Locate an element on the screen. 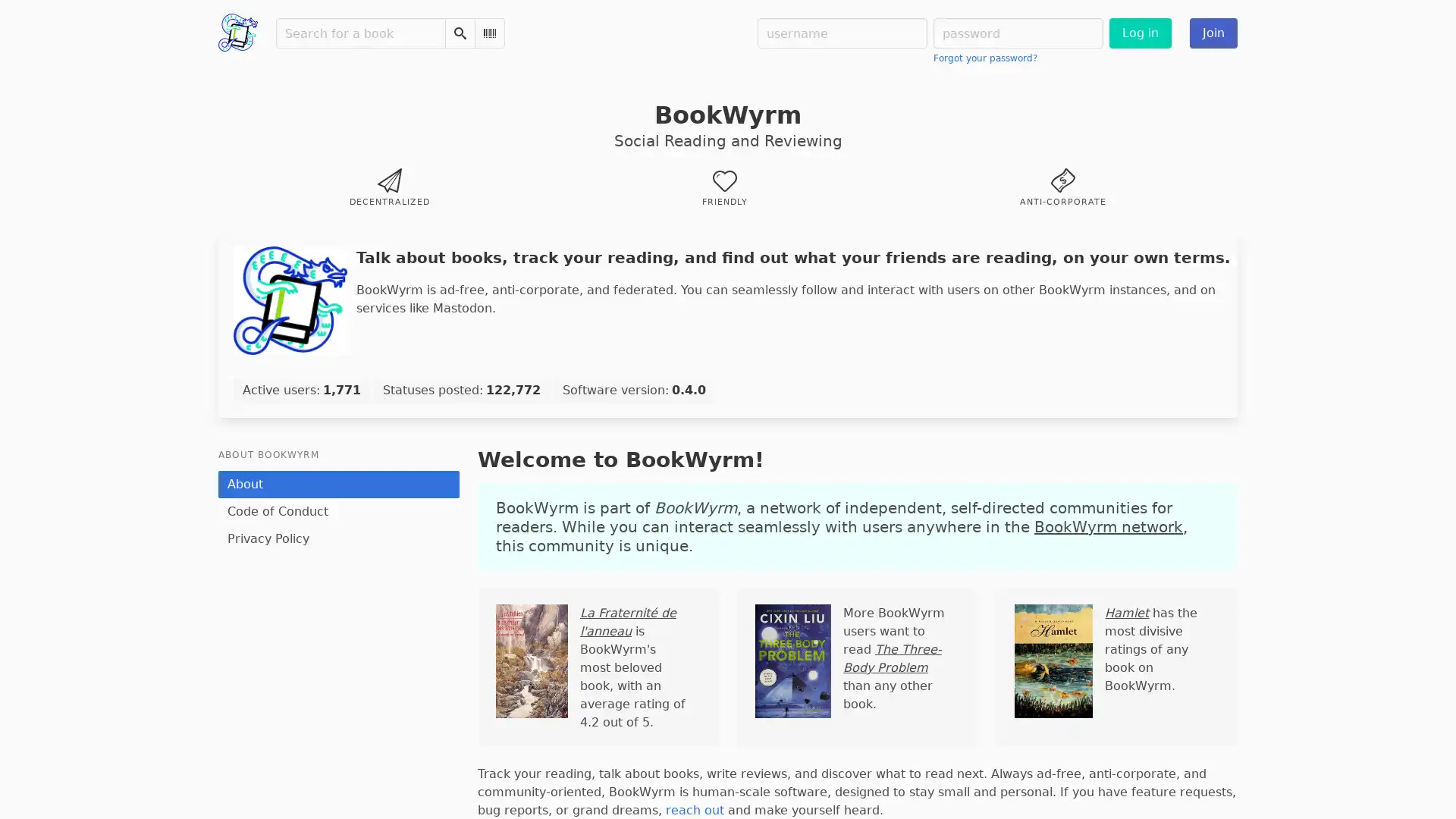 This screenshot has width=1456, height=819. Scan Barcode is located at coordinates (490, 33).